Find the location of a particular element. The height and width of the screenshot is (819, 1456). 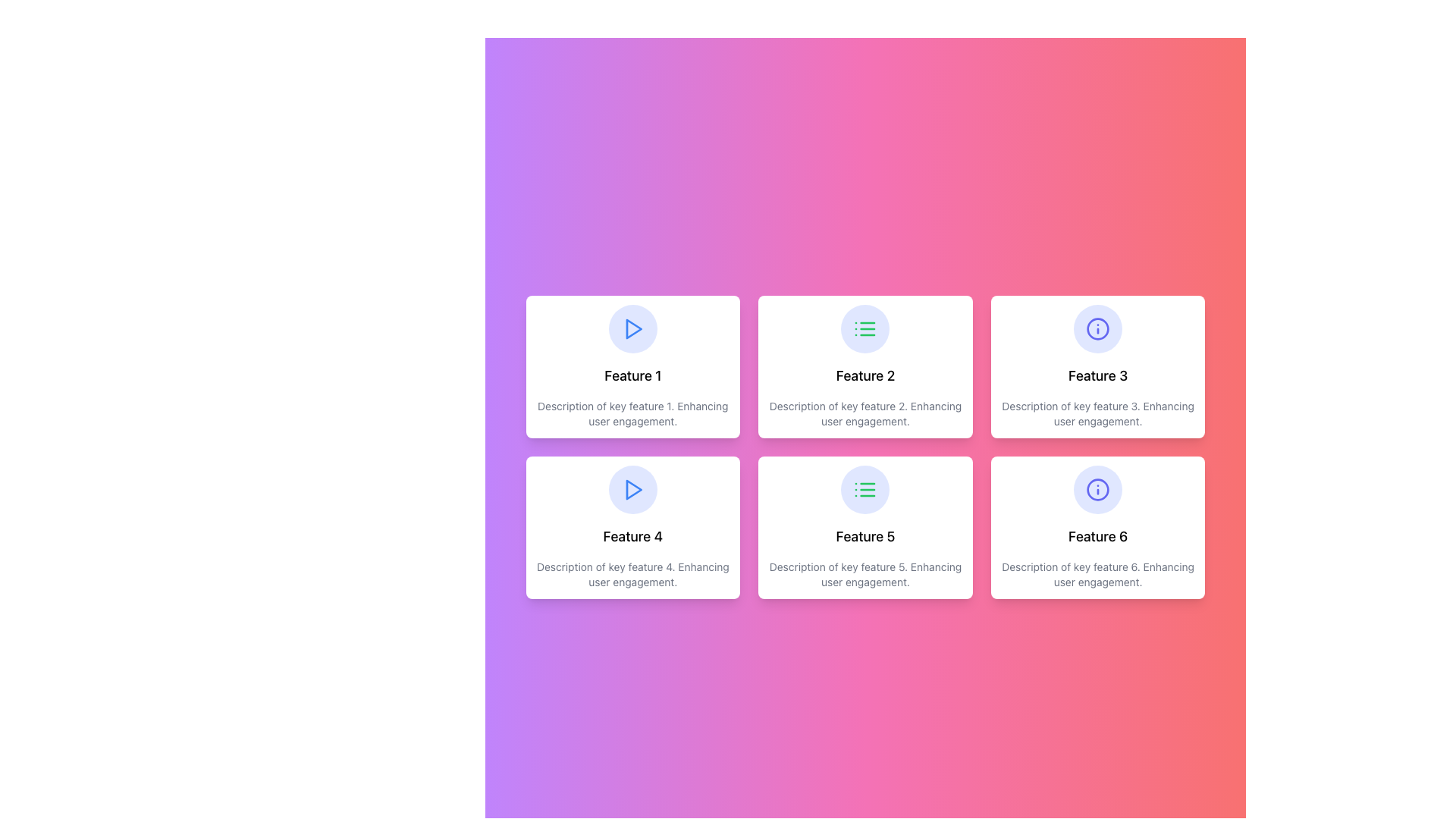

the text that reads 'Description of key feature 1. Enhancing user engagement.' which is styled in gray and located within the 'Feature 1' card is located at coordinates (632, 414).